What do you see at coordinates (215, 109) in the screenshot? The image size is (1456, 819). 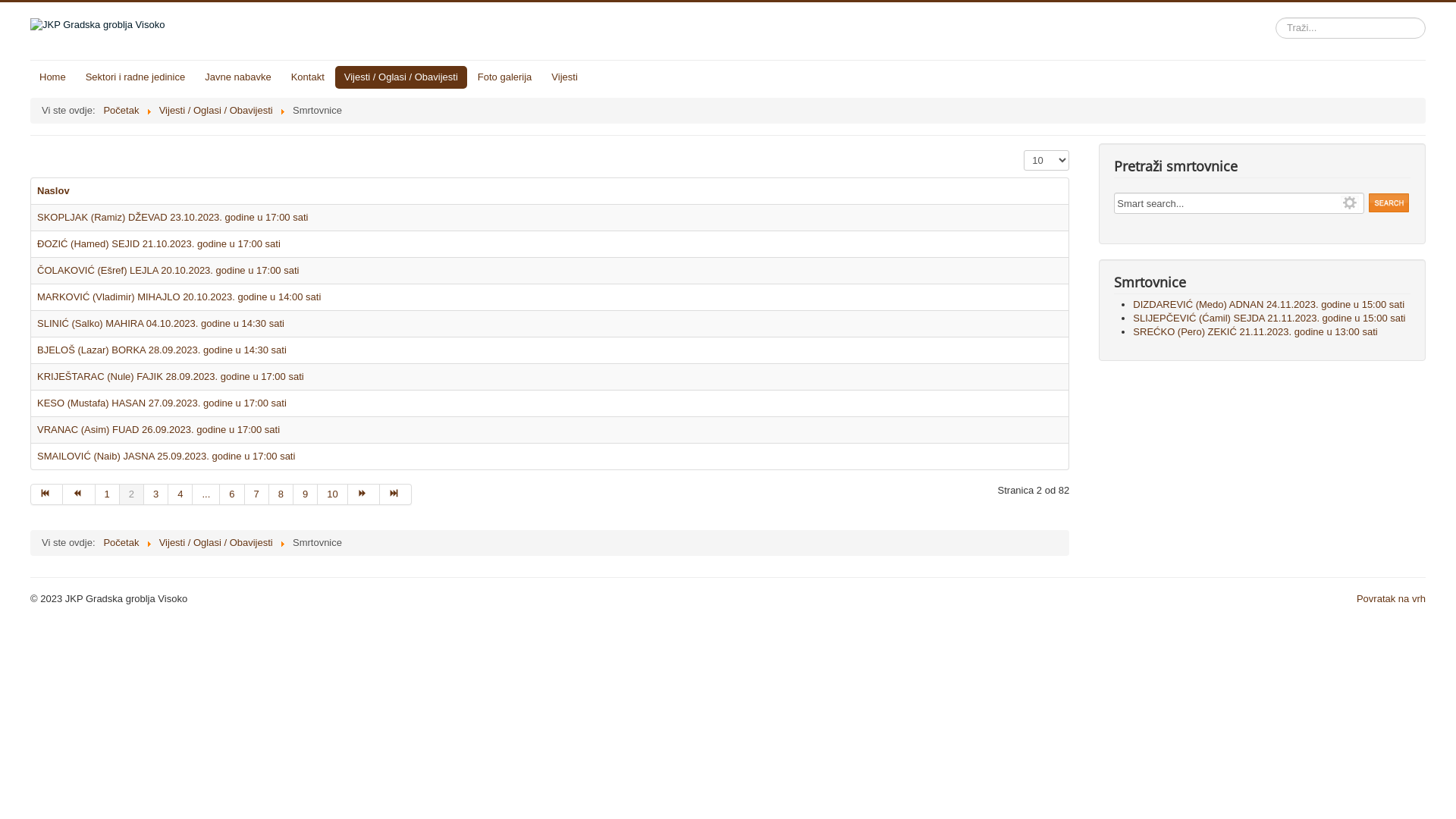 I see `'Vijesti / Oglasi / Obavijesti'` at bounding box center [215, 109].